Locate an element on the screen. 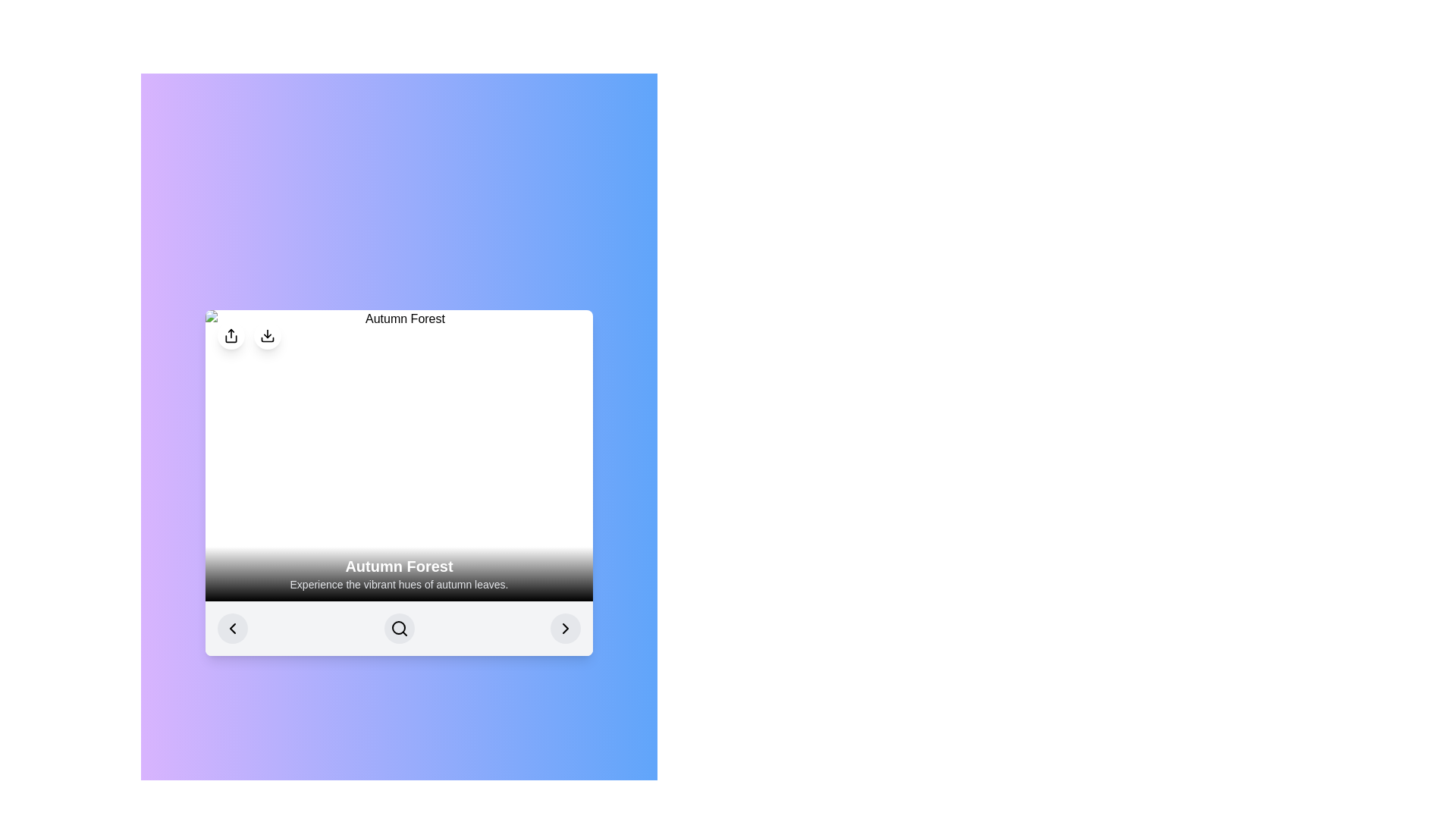  the chevron left directional control icon located on the left side of the bottom white bar below the 'Autumn Forest' black gradient section is located at coordinates (232, 629).